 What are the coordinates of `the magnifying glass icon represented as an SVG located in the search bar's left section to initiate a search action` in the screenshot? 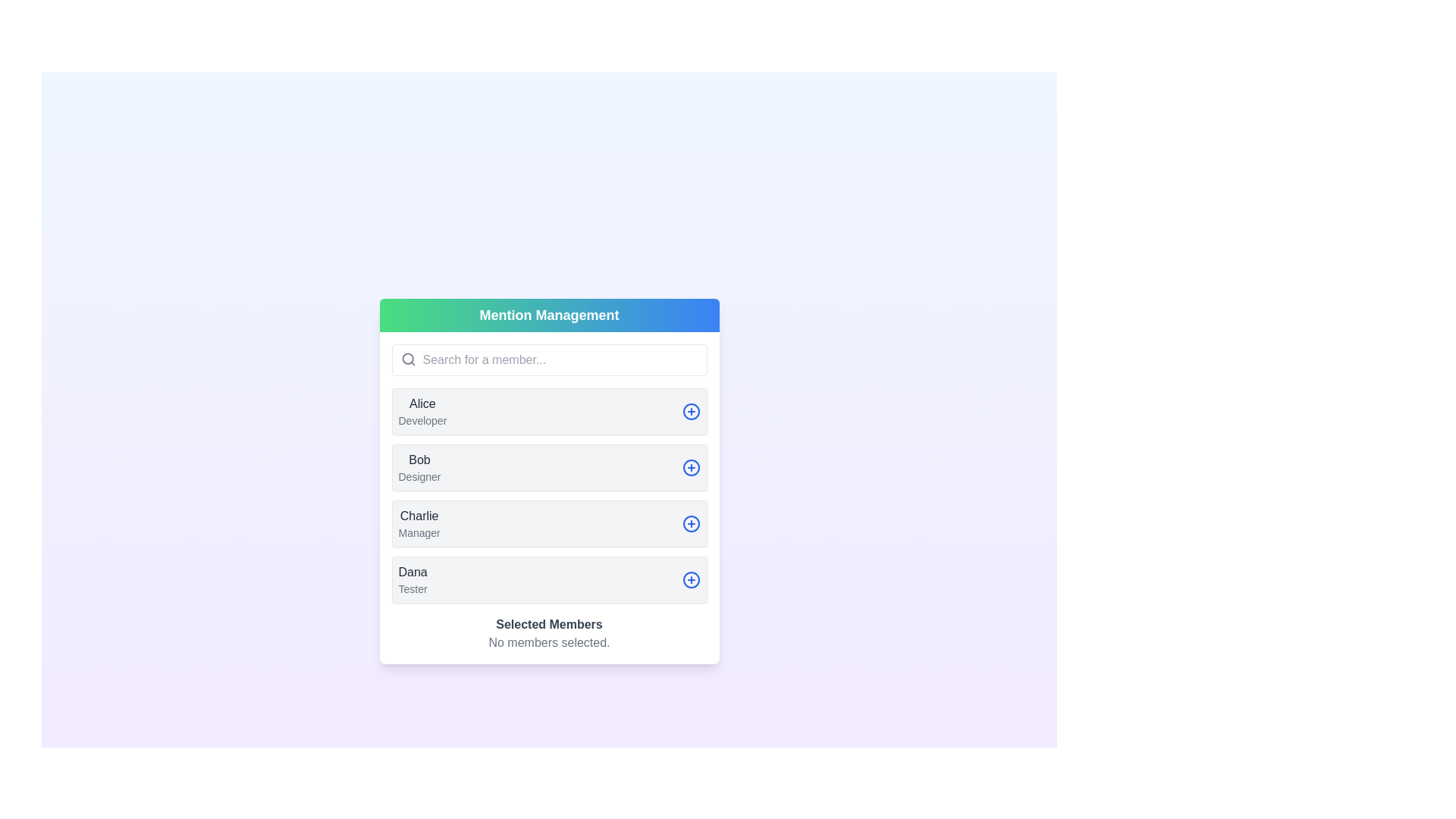 It's located at (408, 359).